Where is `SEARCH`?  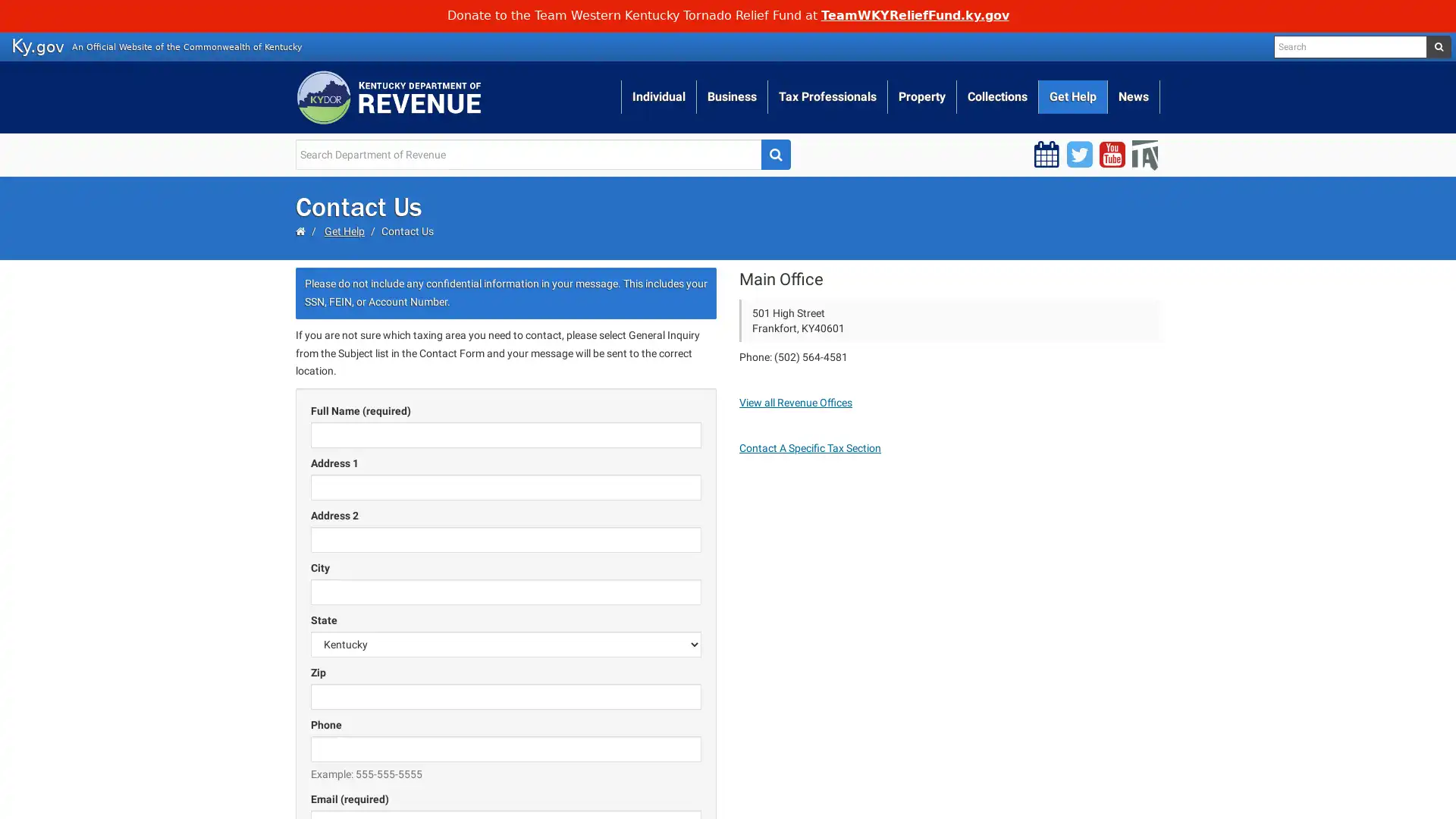
SEARCH is located at coordinates (1437, 45).